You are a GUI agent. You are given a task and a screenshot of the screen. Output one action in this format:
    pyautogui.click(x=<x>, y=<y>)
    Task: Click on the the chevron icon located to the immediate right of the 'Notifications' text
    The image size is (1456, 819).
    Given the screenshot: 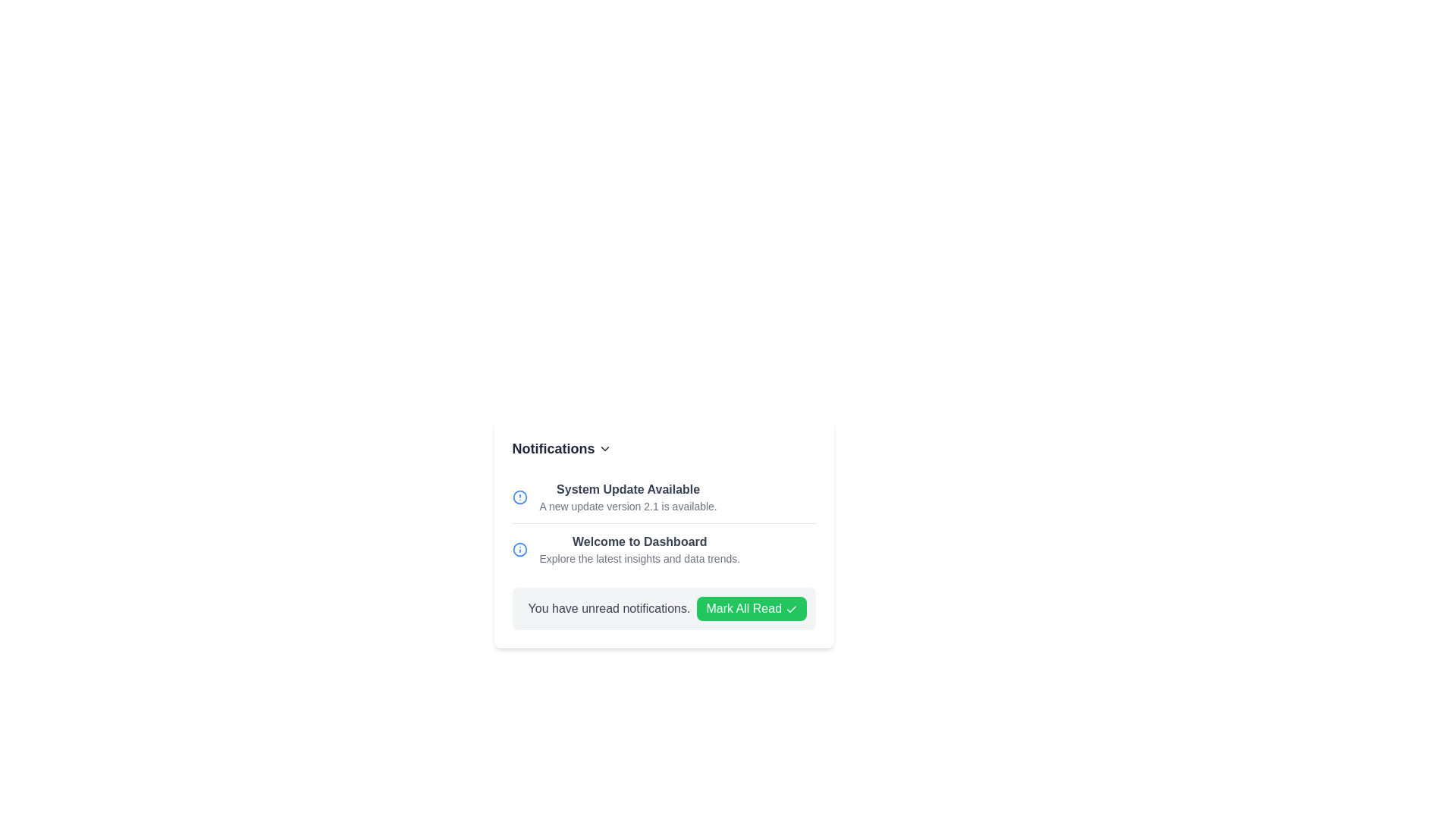 What is the action you would take?
    pyautogui.click(x=604, y=447)
    